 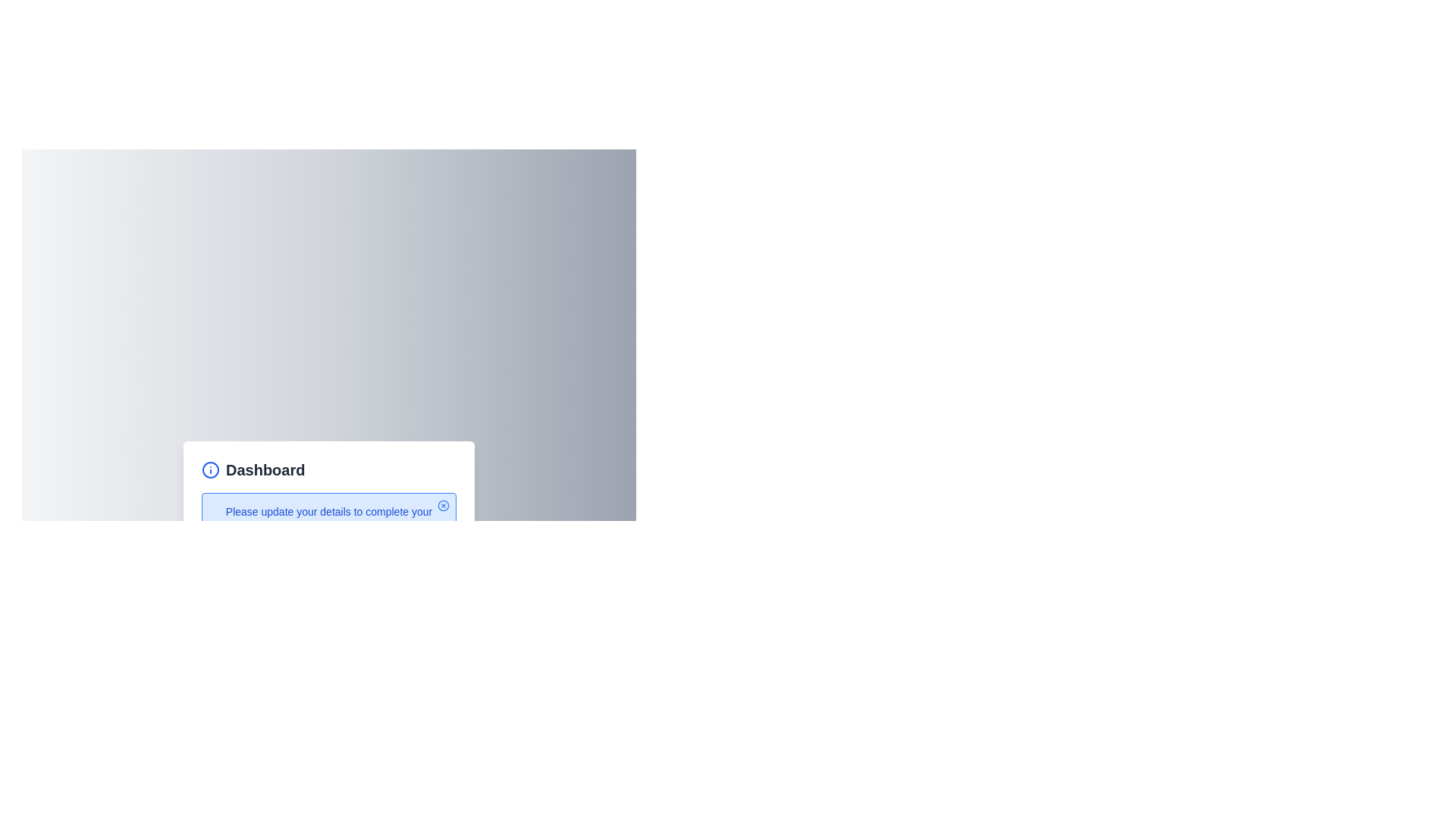 I want to click on the informational Text label that prompts the user to update their details for profile setup, which is located within a highlighted alert box below the 'Dashboard' heading, so click(x=328, y=519).